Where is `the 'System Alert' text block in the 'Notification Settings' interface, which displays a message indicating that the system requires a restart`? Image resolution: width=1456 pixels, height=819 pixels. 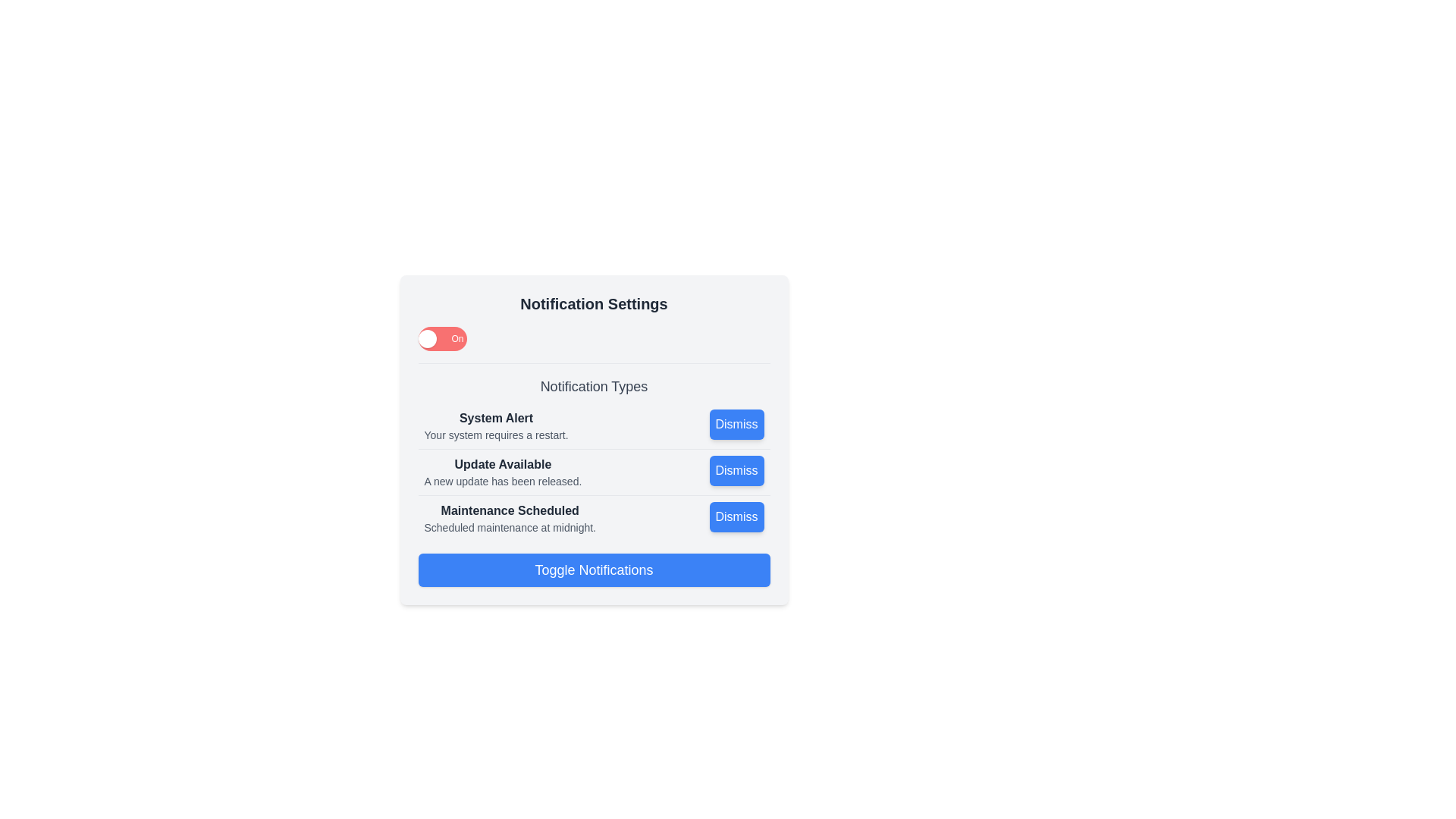 the 'System Alert' text block in the 'Notification Settings' interface, which displays a message indicating that the system requires a restart is located at coordinates (496, 426).